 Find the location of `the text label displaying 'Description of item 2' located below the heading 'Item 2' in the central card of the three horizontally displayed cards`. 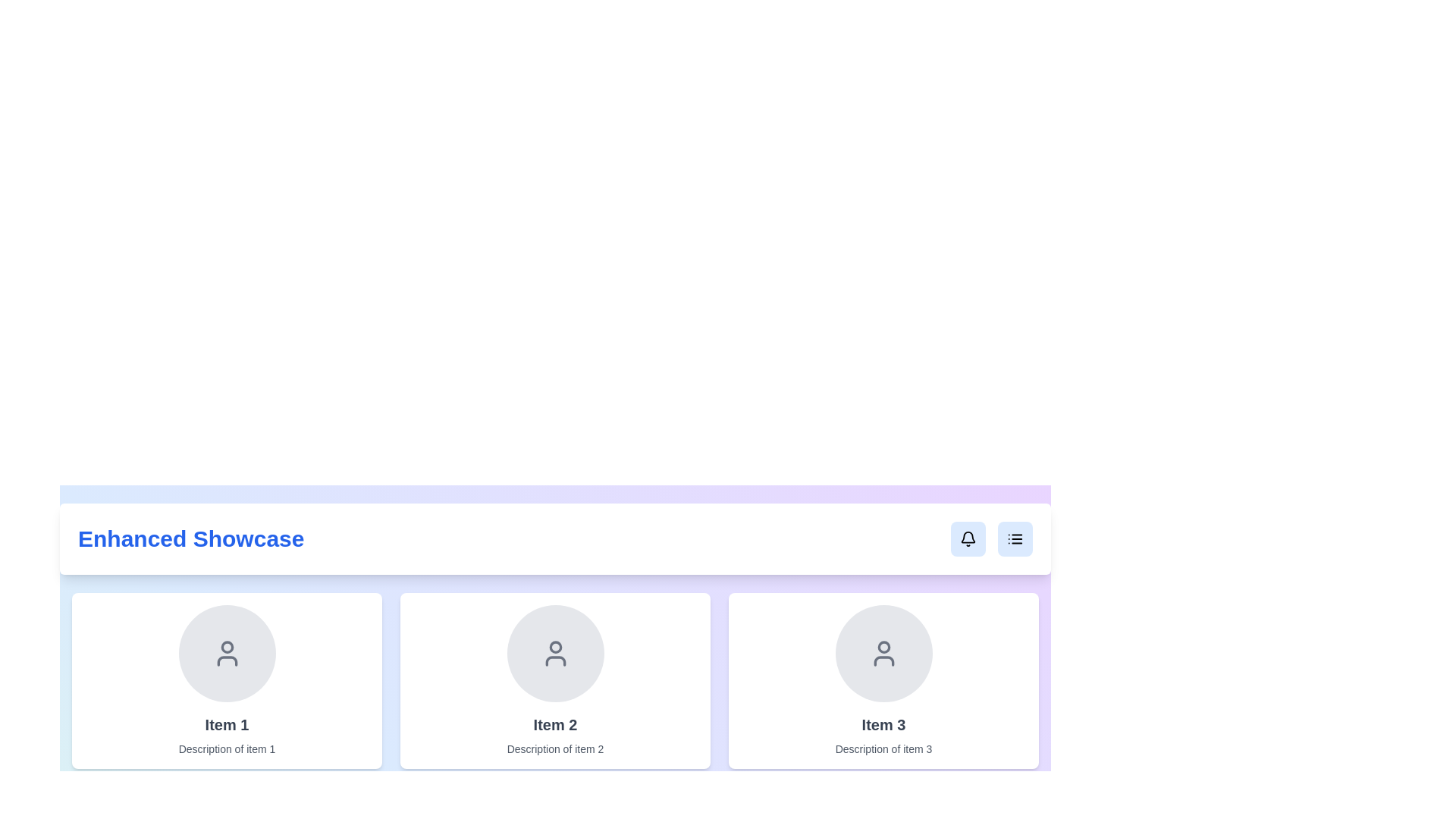

the text label displaying 'Description of item 2' located below the heading 'Item 2' in the central card of the three horizontally displayed cards is located at coordinates (554, 748).